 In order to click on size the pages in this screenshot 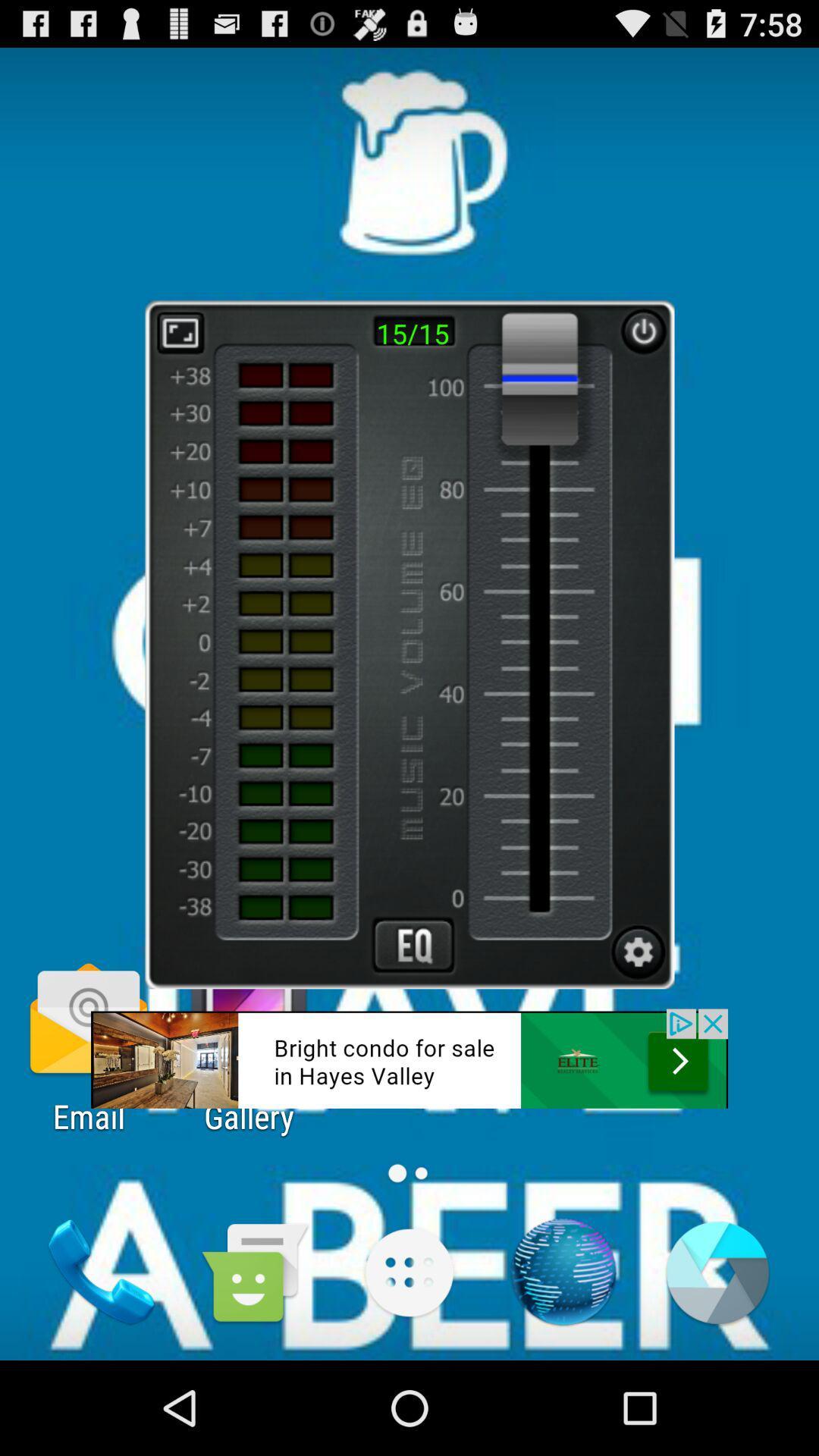, I will do `click(179, 331)`.